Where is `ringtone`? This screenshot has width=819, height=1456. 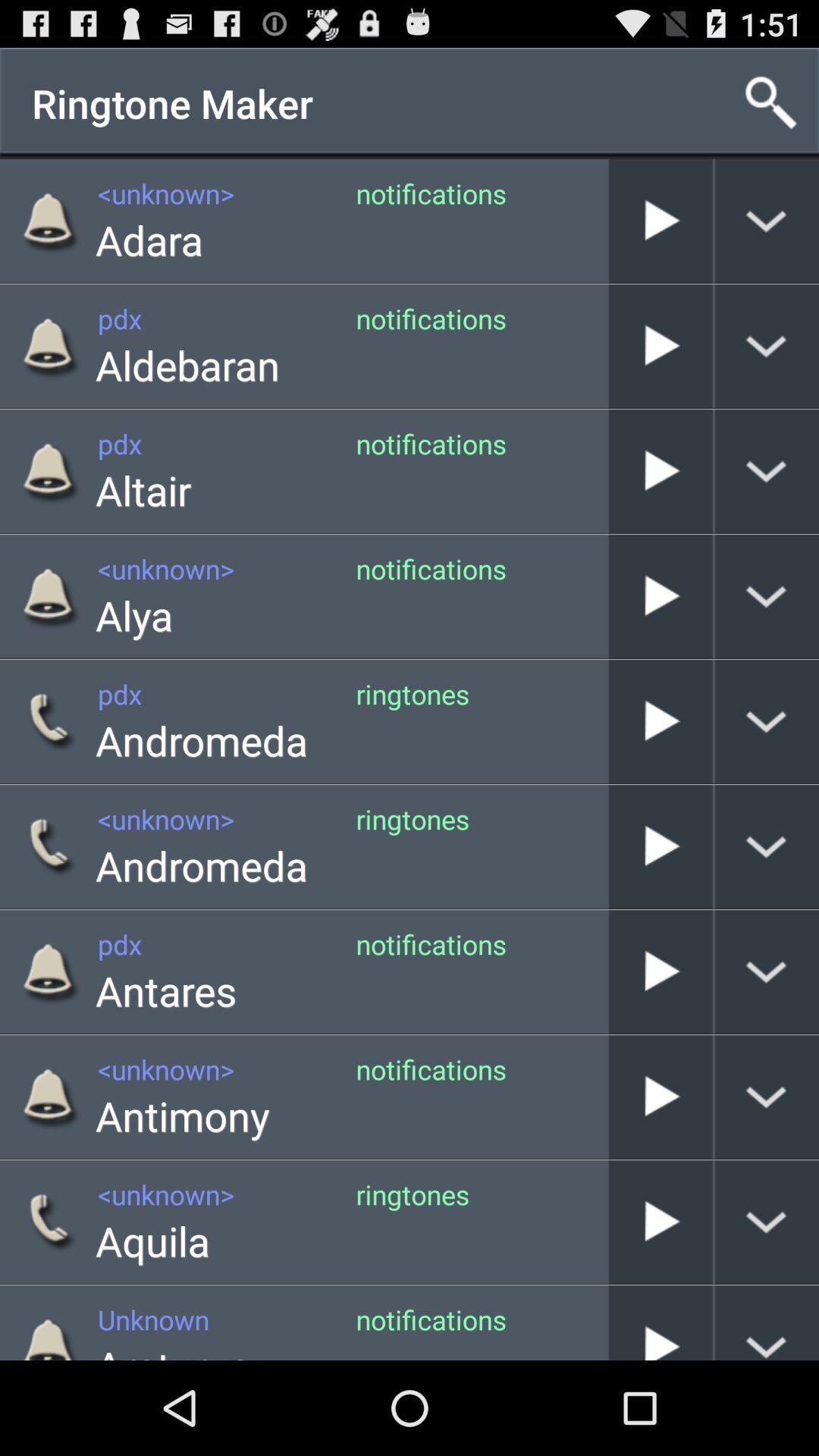 ringtone is located at coordinates (660, 220).